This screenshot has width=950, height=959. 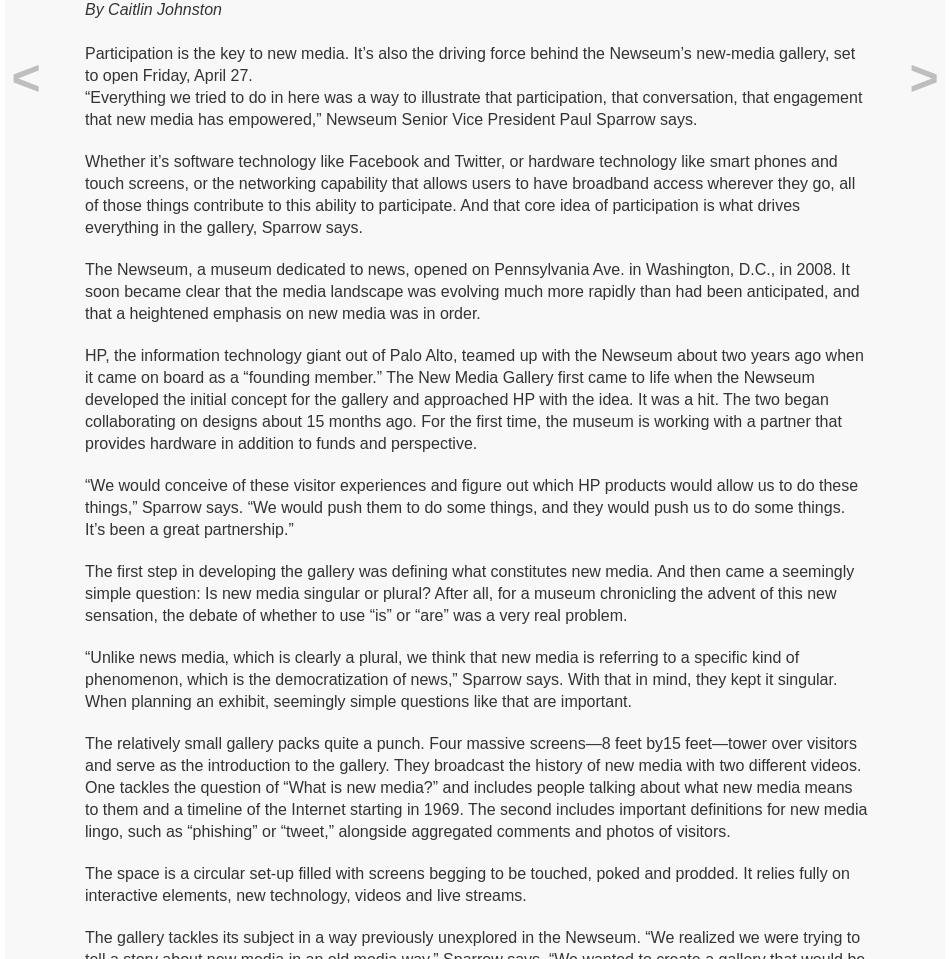 I want to click on '<', so click(x=25, y=77).